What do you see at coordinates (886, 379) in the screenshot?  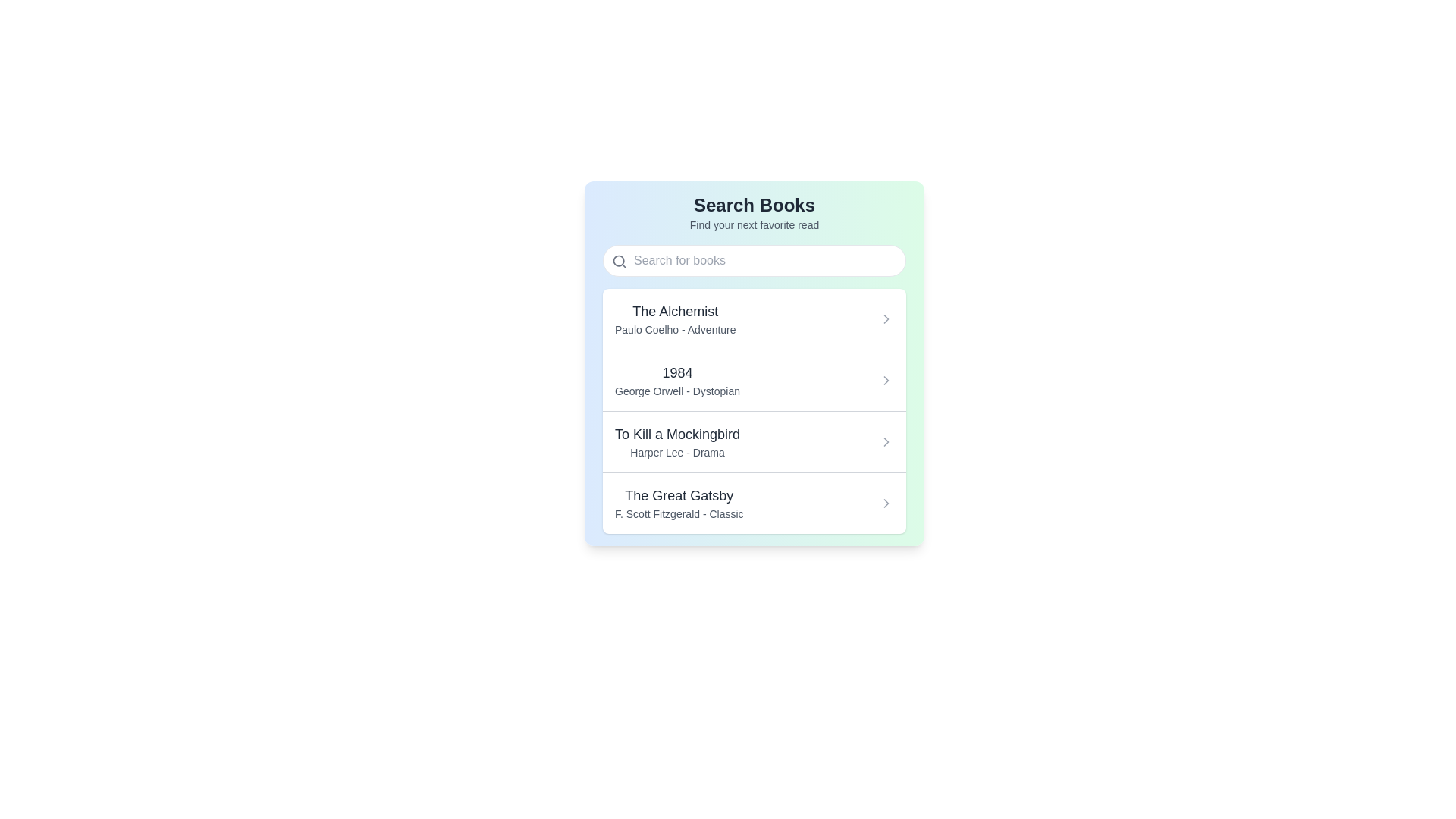 I see `the navigation icon located to the right of the text '1984', which visually represents additional details or actions available` at bounding box center [886, 379].